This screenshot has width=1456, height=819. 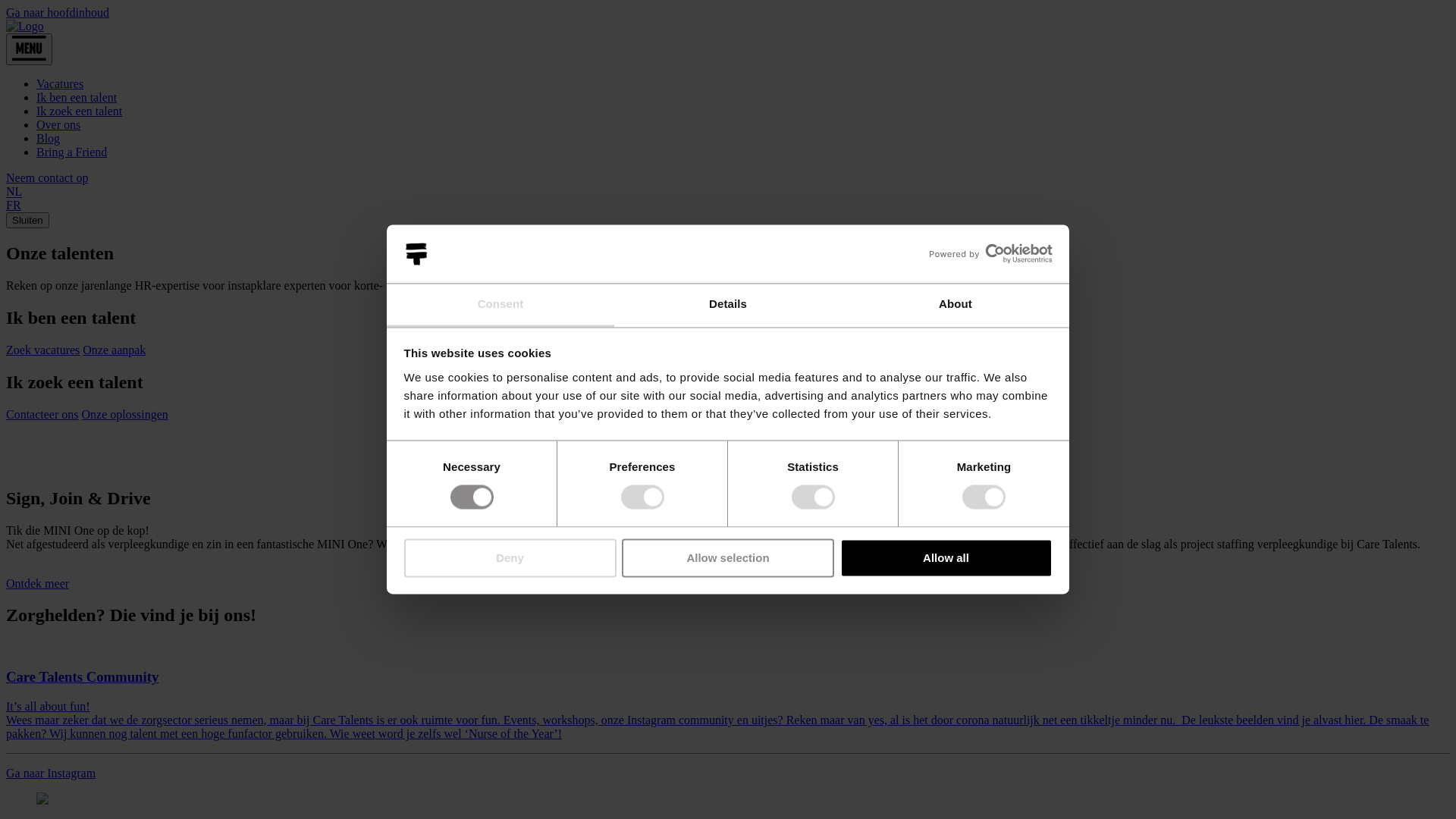 I want to click on 'Ik ben een talent', so click(x=75, y=97).